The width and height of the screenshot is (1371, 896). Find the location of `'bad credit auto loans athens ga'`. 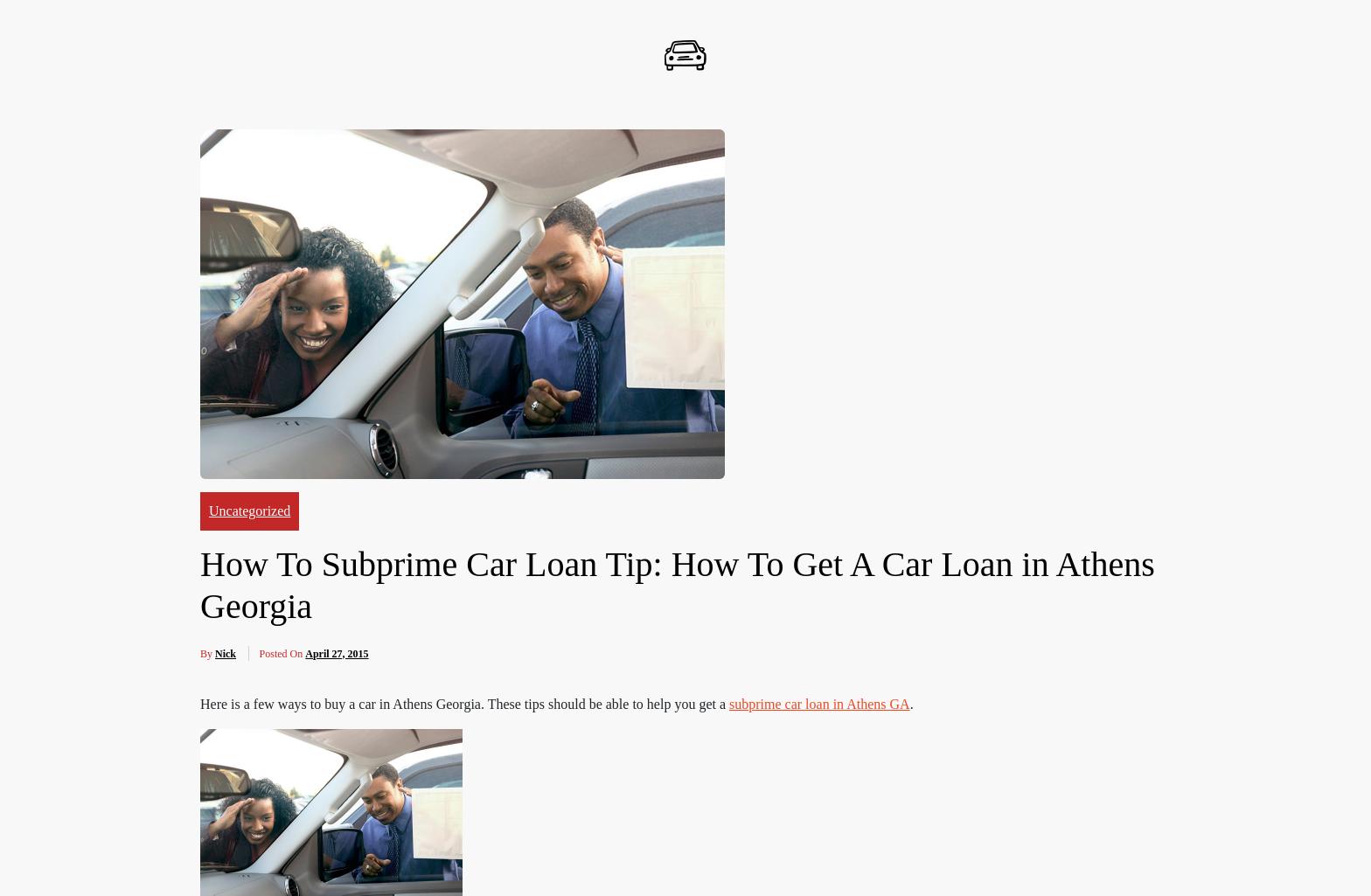

'bad credit auto loans athens ga' is located at coordinates (597, 687).